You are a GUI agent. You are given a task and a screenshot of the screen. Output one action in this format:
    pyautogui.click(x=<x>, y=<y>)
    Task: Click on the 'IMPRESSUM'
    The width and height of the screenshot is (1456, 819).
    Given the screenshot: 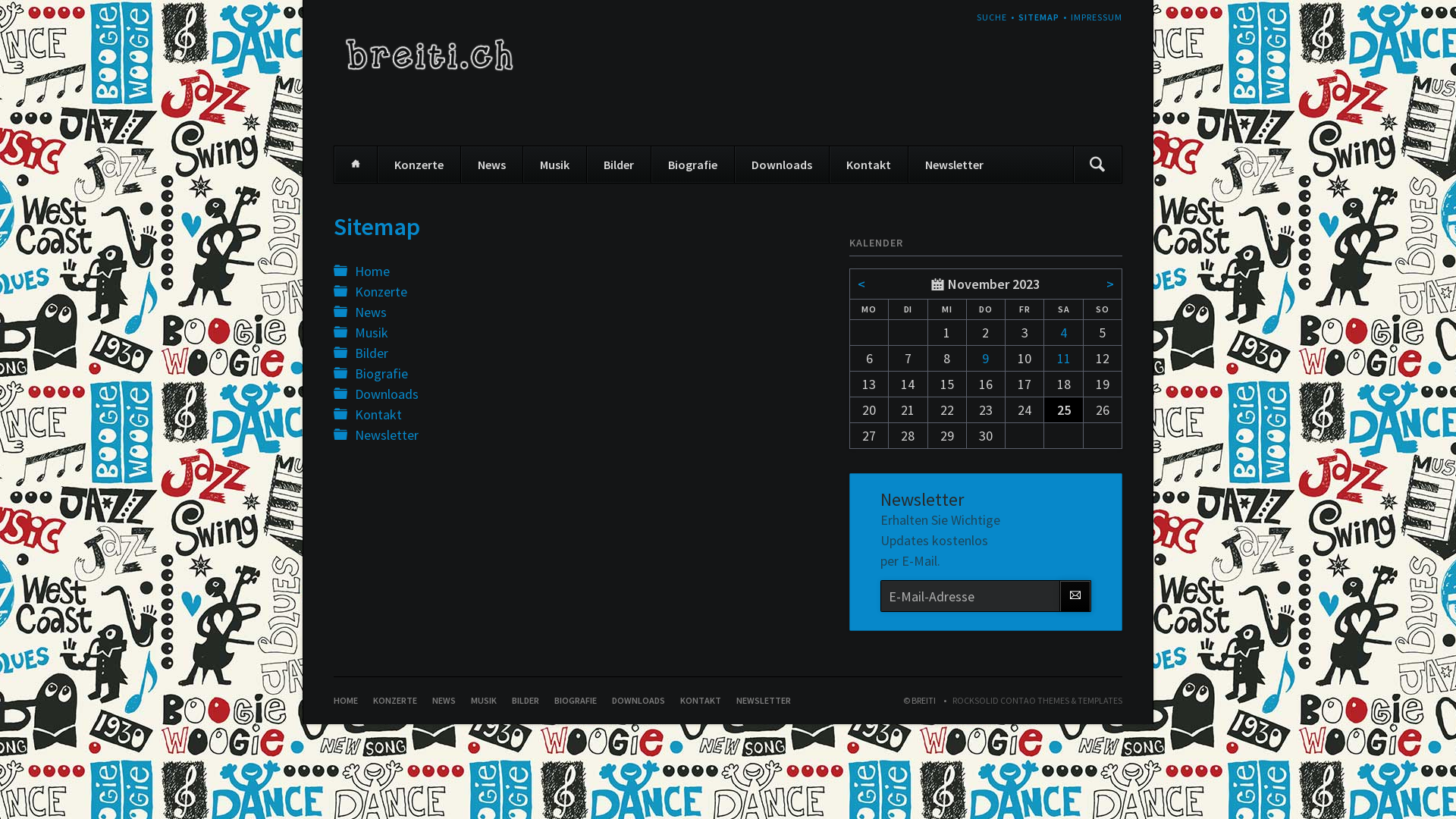 What is the action you would take?
    pyautogui.click(x=1096, y=17)
    